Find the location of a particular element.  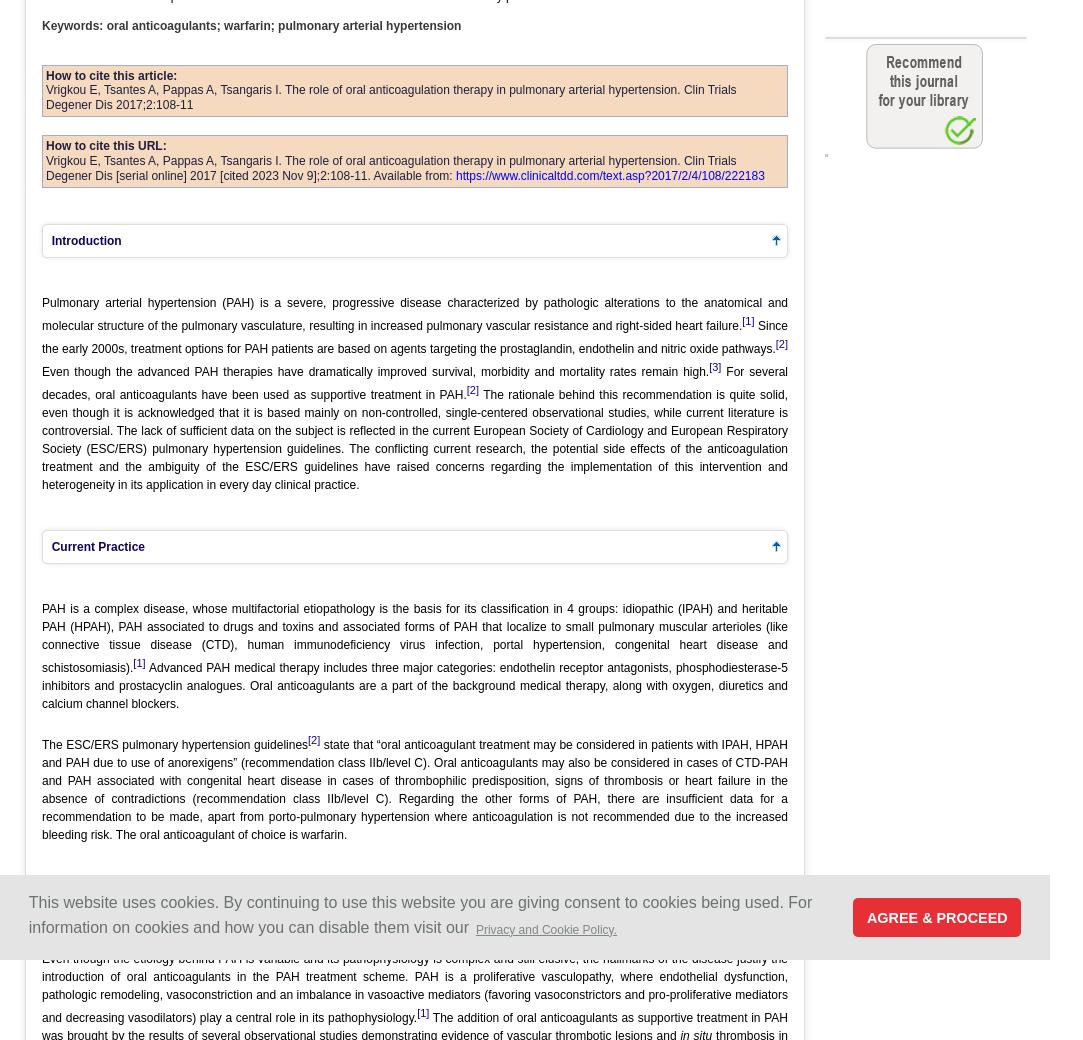

'Current Practice' is located at coordinates (93, 545).